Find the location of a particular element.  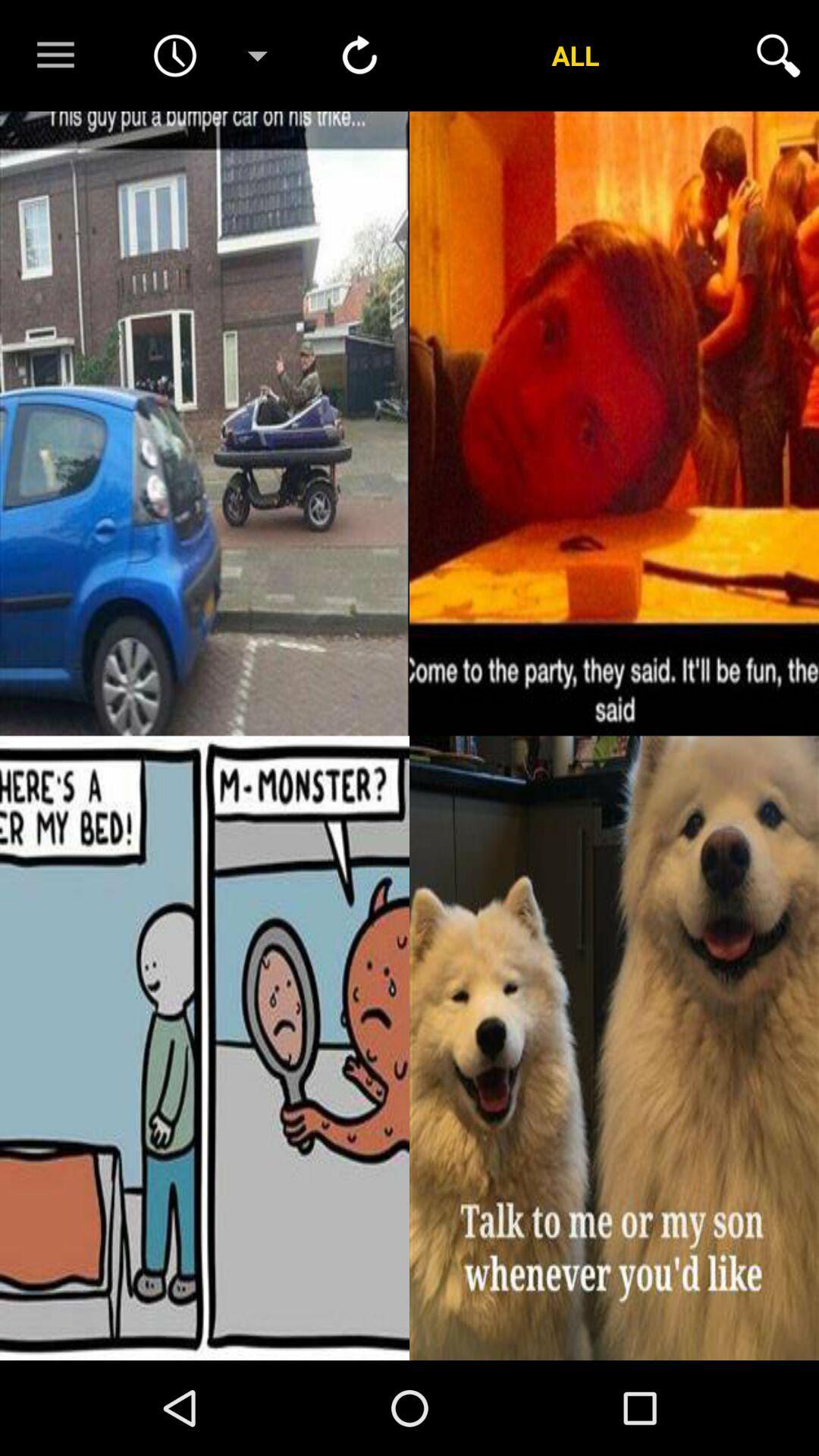

refresh page is located at coordinates (359, 55).